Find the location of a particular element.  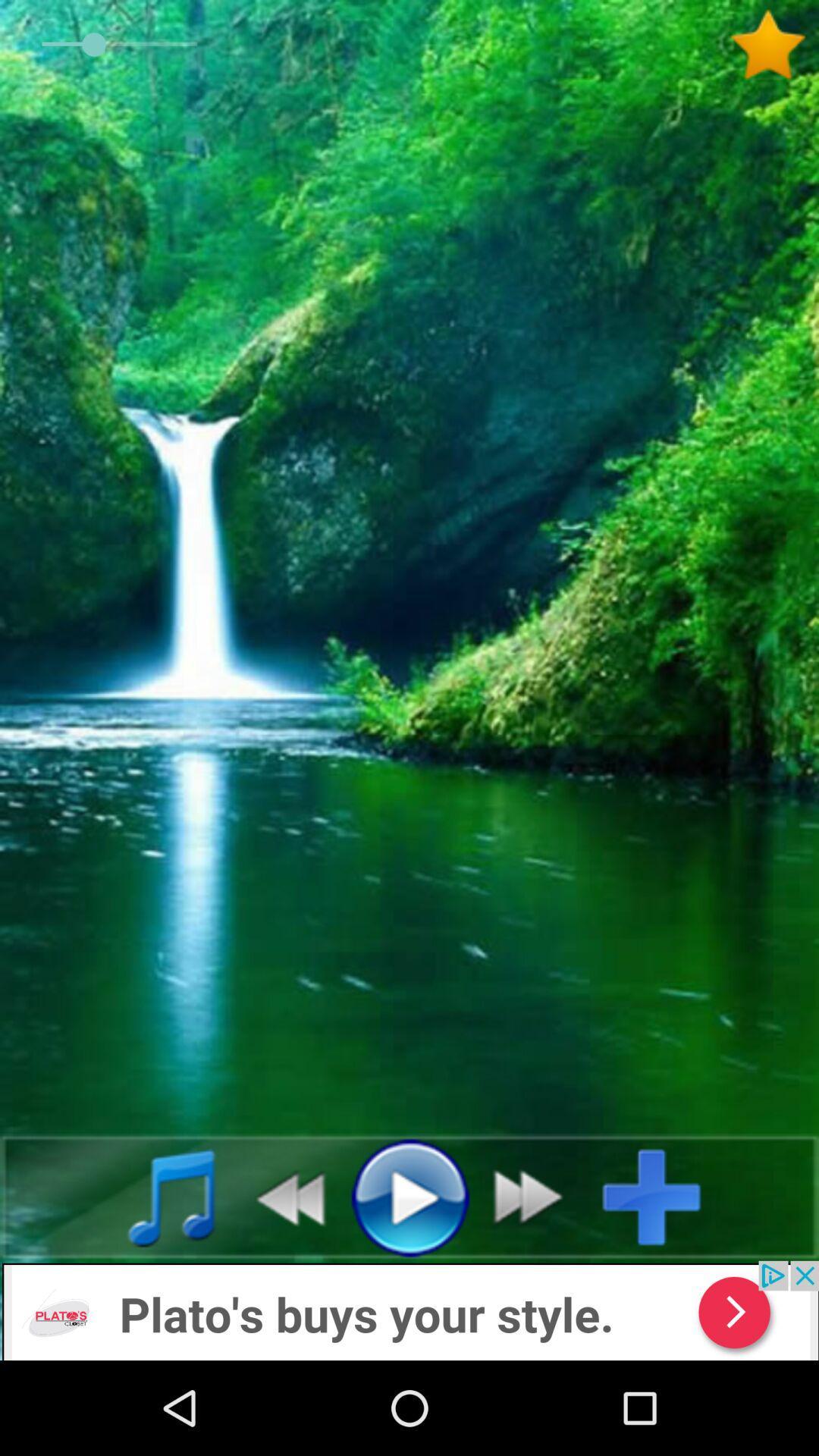

the star icon is located at coordinates (773, 45).